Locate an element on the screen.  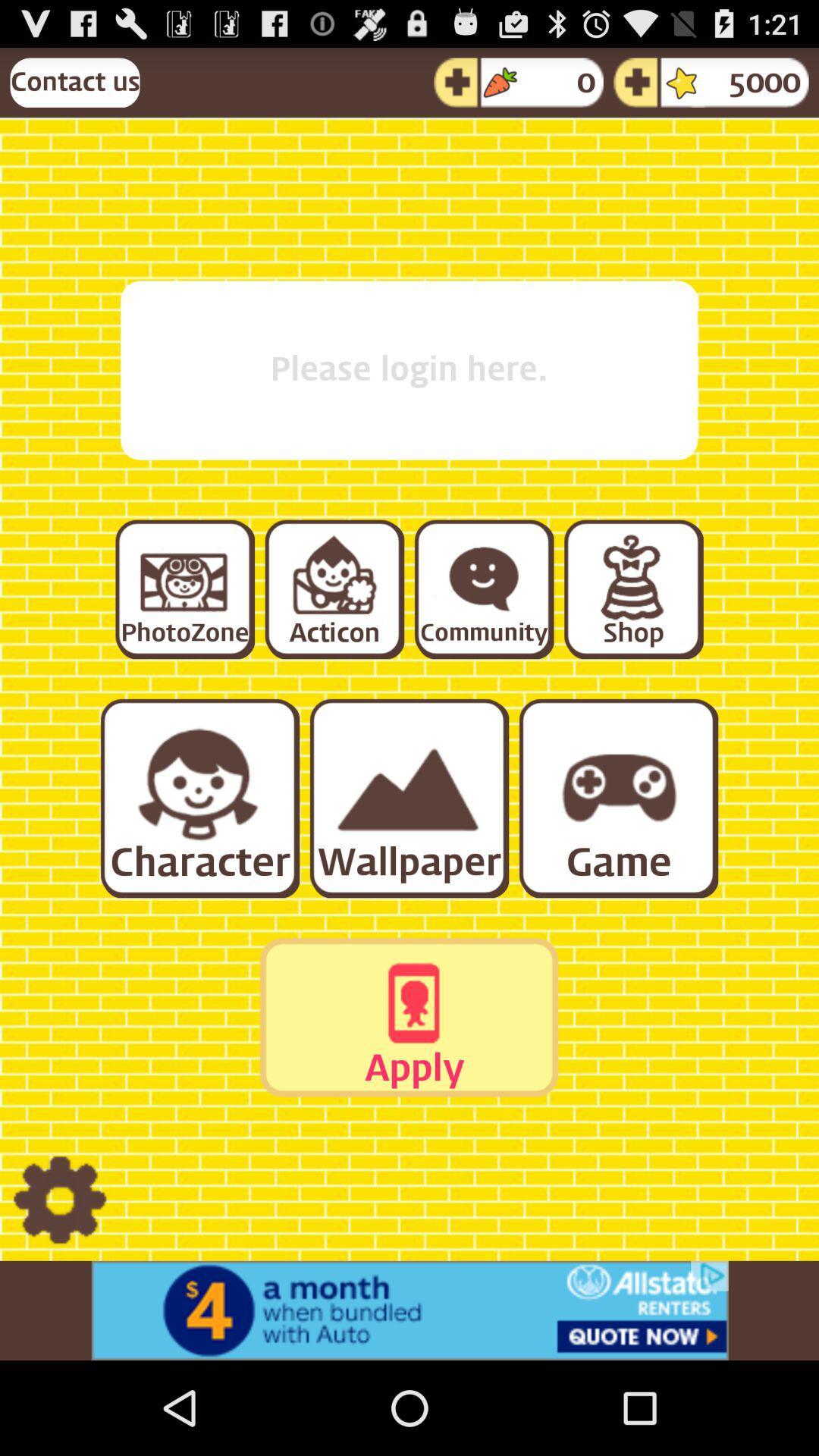
acticon option is located at coordinates (333, 588).